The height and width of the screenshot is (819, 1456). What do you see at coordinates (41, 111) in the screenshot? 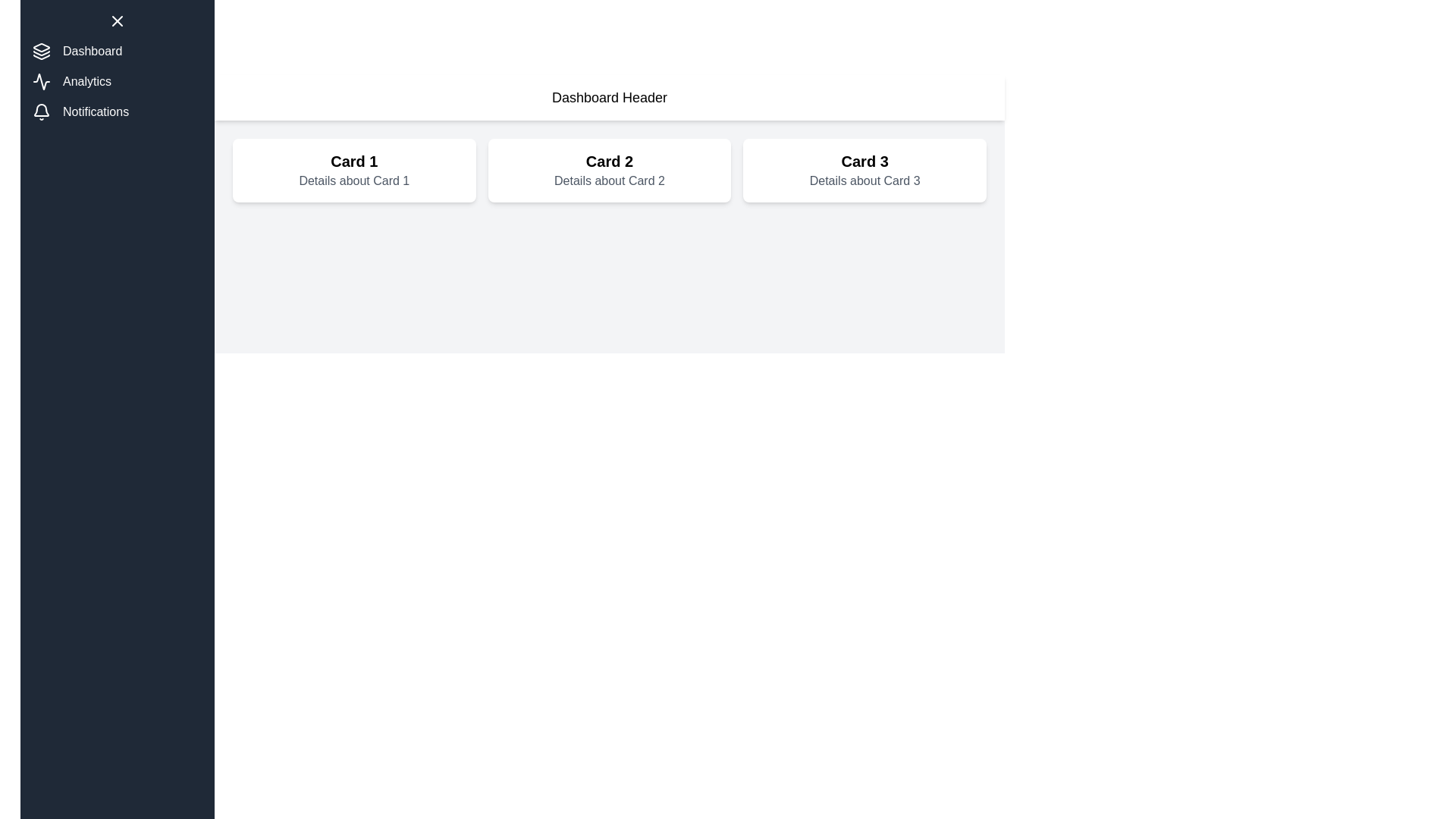
I see `the bell icon located next to the 'Notifications' text in the vertical navigation panel on the left side` at bounding box center [41, 111].